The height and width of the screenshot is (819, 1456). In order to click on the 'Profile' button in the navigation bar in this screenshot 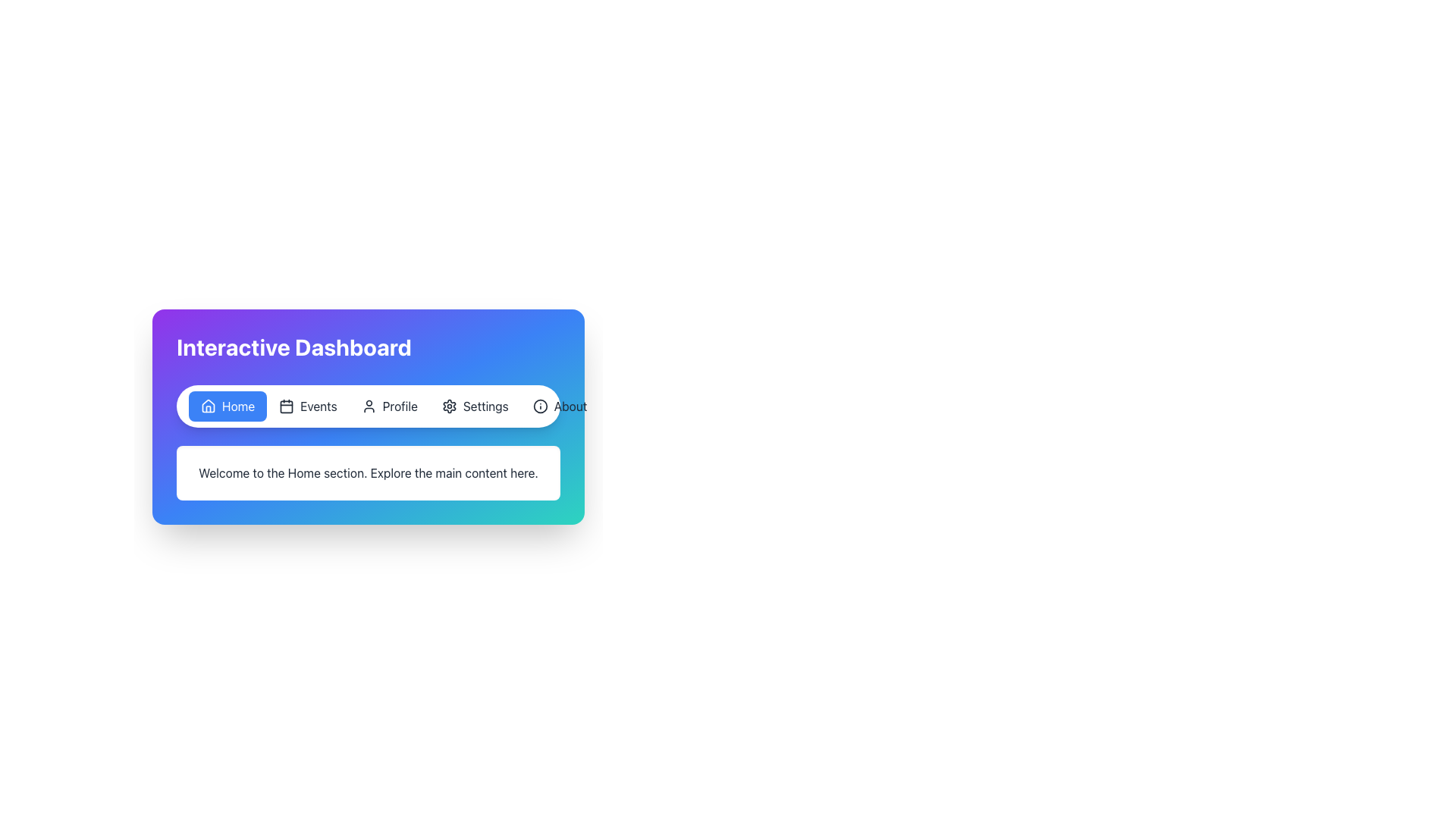, I will do `click(389, 406)`.